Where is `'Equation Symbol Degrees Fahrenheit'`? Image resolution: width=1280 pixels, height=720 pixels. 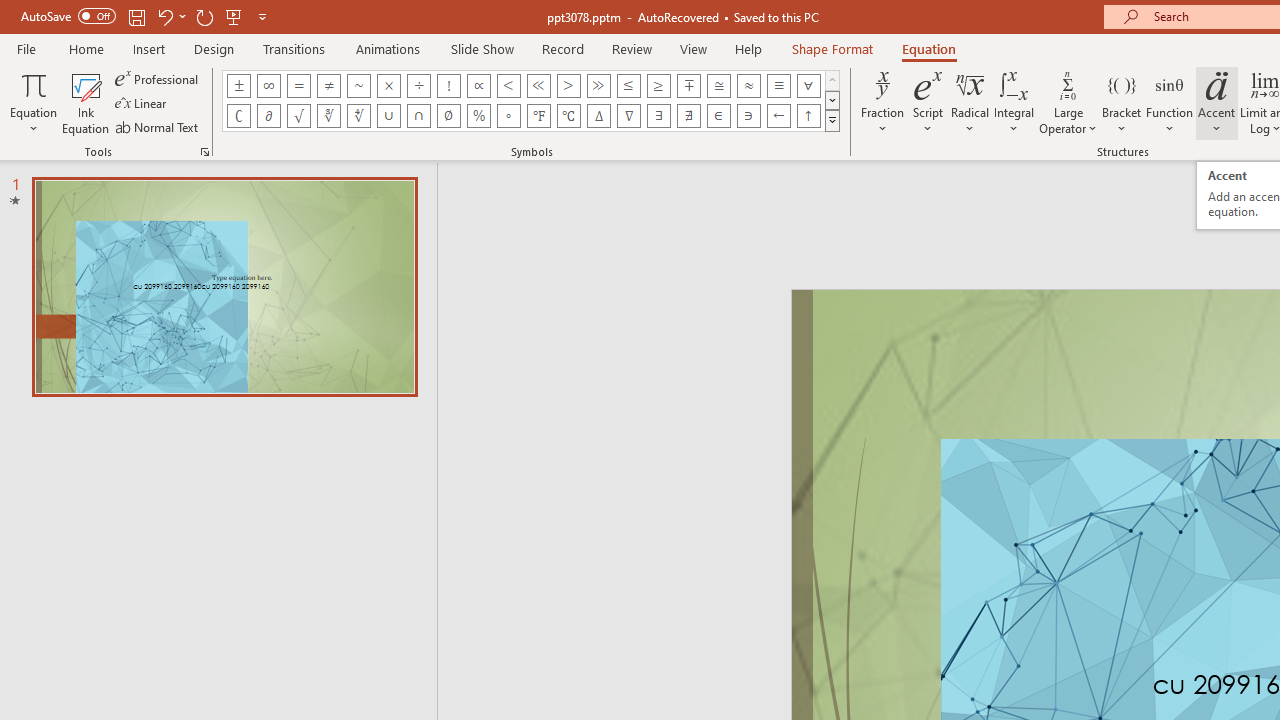 'Equation Symbol Degrees Fahrenheit' is located at coordinates (538, 115).